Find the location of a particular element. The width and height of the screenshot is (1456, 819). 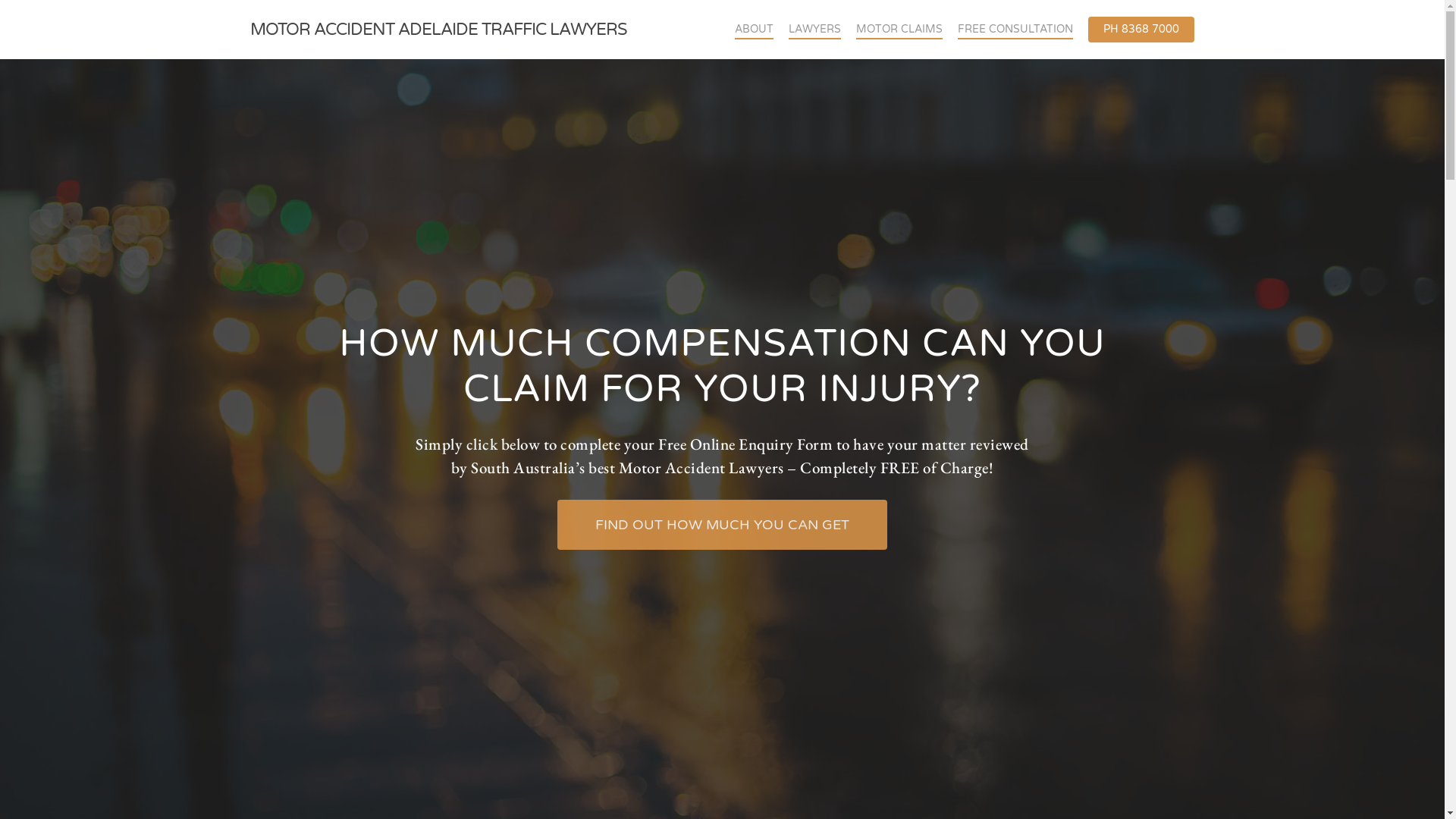

'LAWYERS' is located at coordinates (814, 29).